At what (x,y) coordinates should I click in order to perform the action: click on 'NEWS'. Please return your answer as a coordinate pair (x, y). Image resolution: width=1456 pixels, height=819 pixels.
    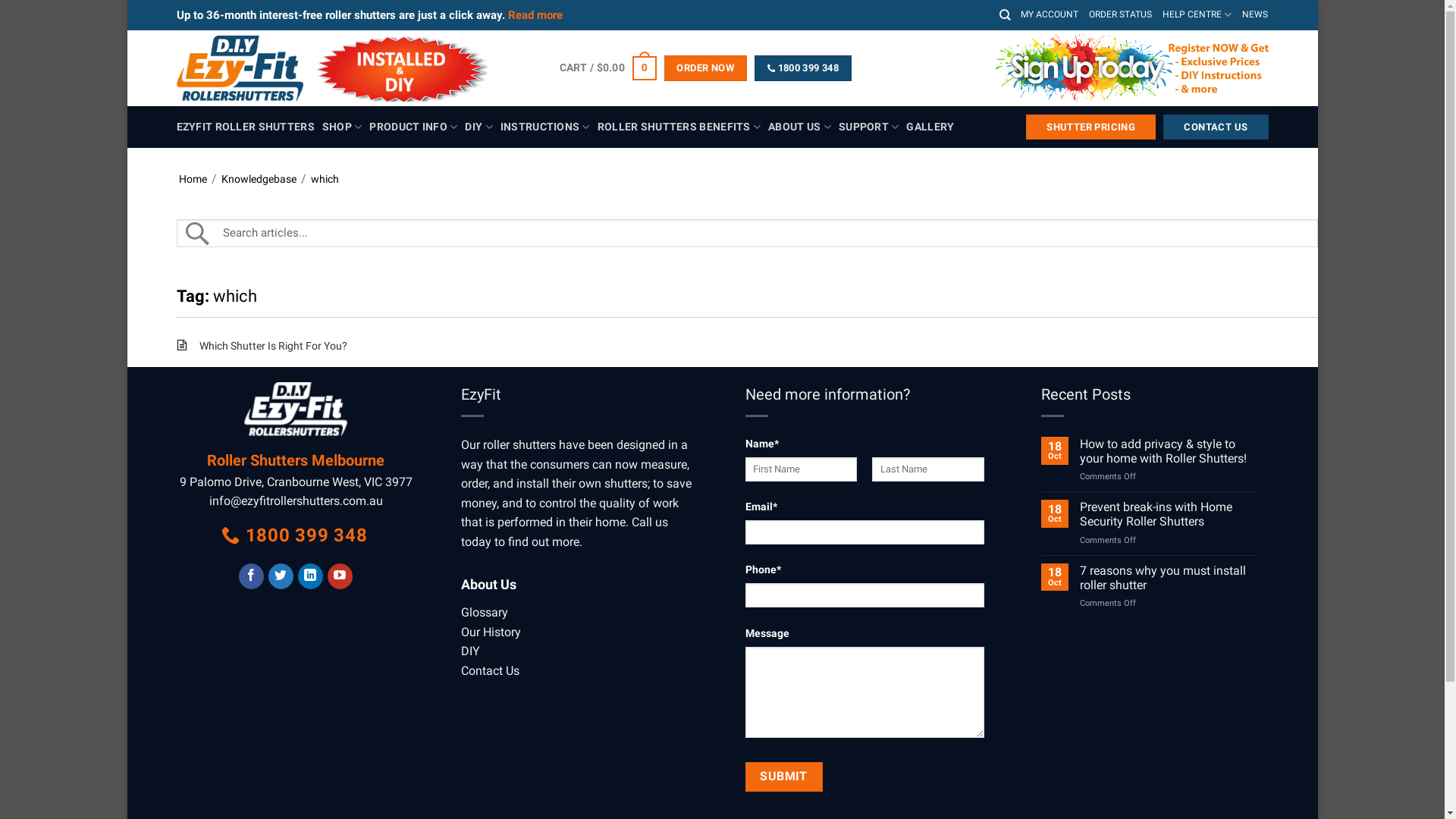
    Looking at the image, I should click on (1255, 14).